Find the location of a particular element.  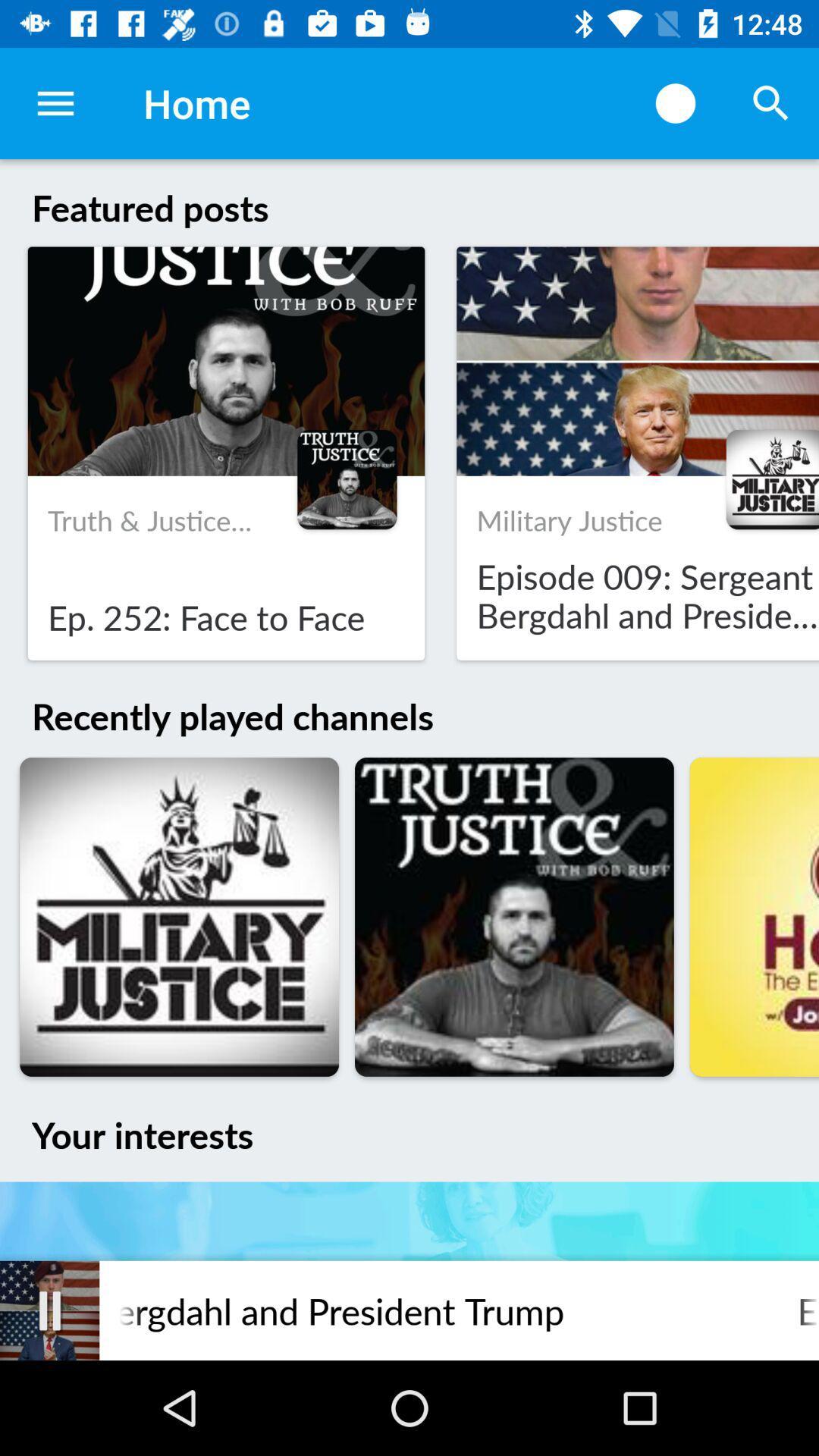

the item above the featured posts item is located at coordinates (675, 102).